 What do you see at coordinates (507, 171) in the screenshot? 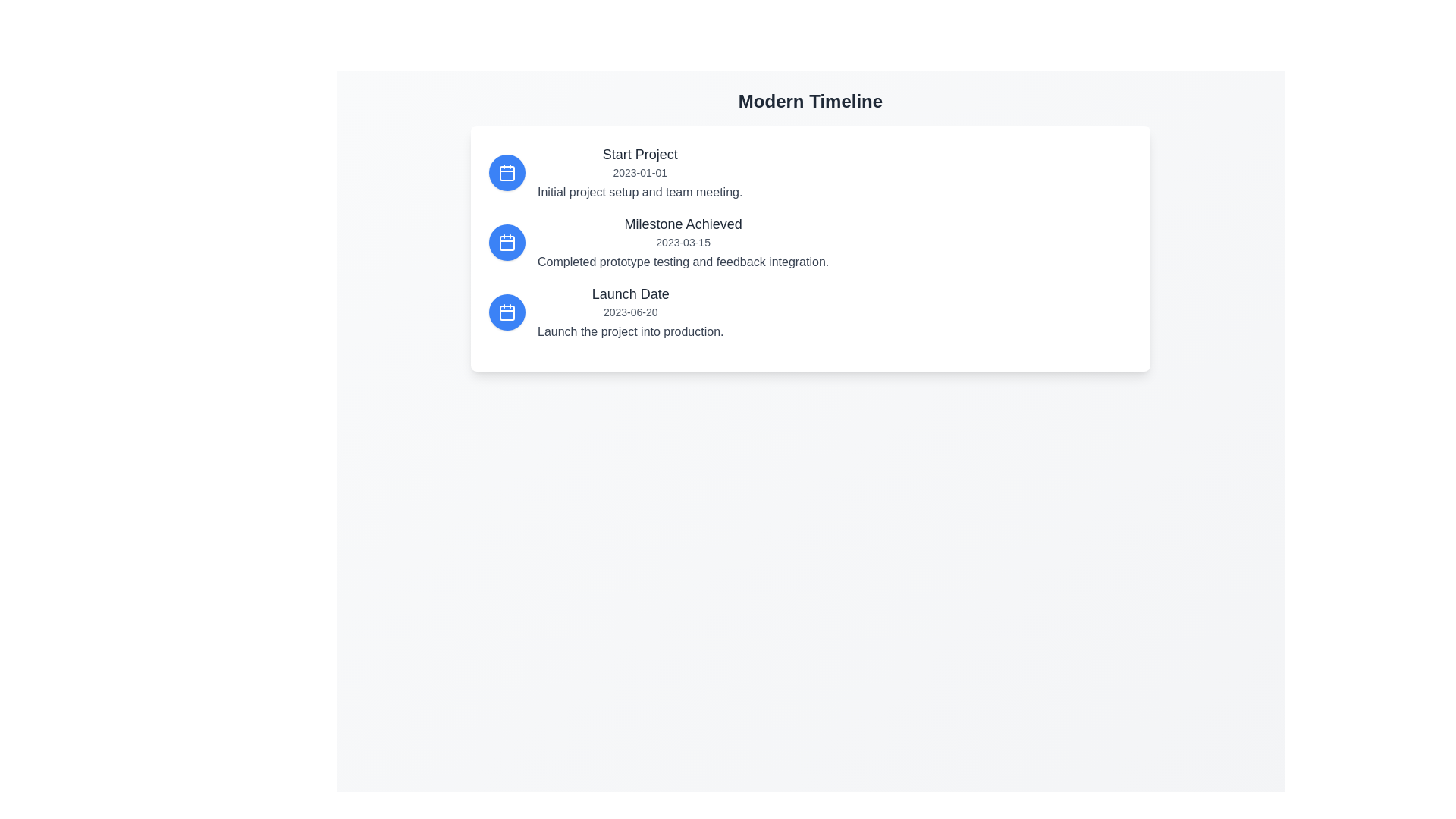
I see `the calendar icon at the top of the vertical sequence of three icons representing timeline events on the central white card` at bounding box center [507, 171].